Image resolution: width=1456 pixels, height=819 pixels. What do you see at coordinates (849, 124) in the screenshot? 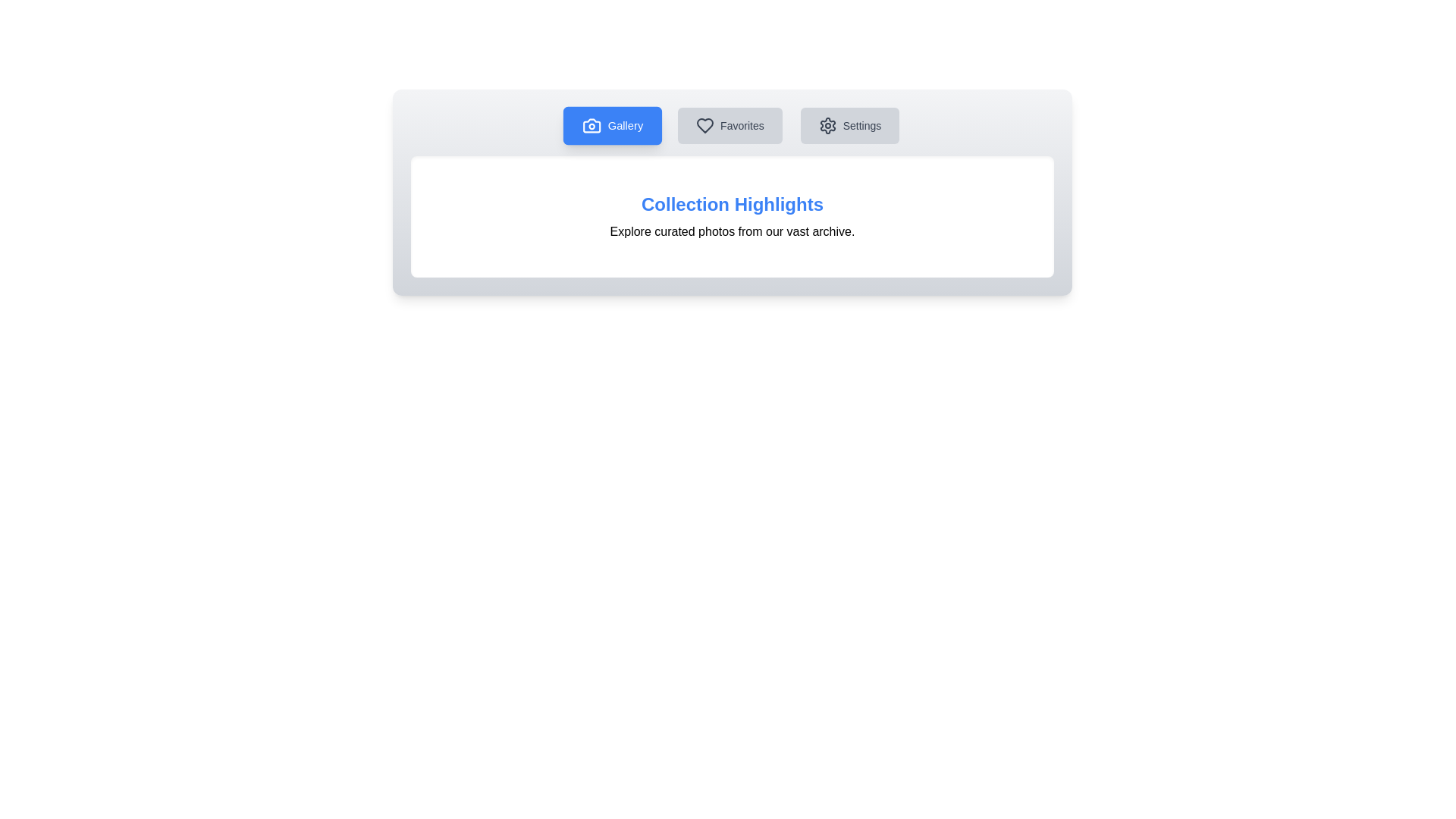
I see `the Settings button to inspect its functionality` at bounding box center [849, 124].